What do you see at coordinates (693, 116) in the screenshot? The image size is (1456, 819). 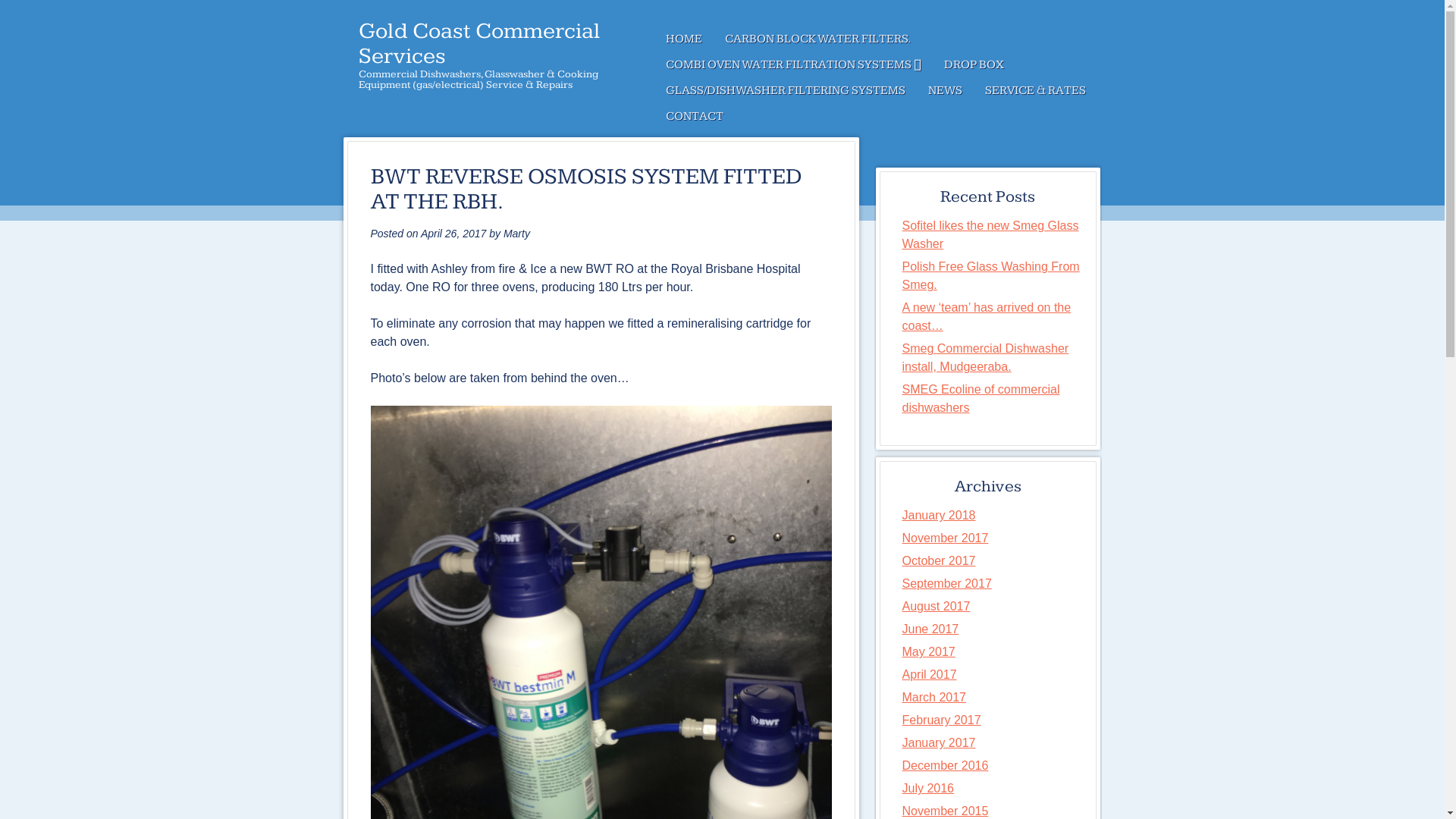 I see `'CONTACT'` at bounding box center [693, 116].